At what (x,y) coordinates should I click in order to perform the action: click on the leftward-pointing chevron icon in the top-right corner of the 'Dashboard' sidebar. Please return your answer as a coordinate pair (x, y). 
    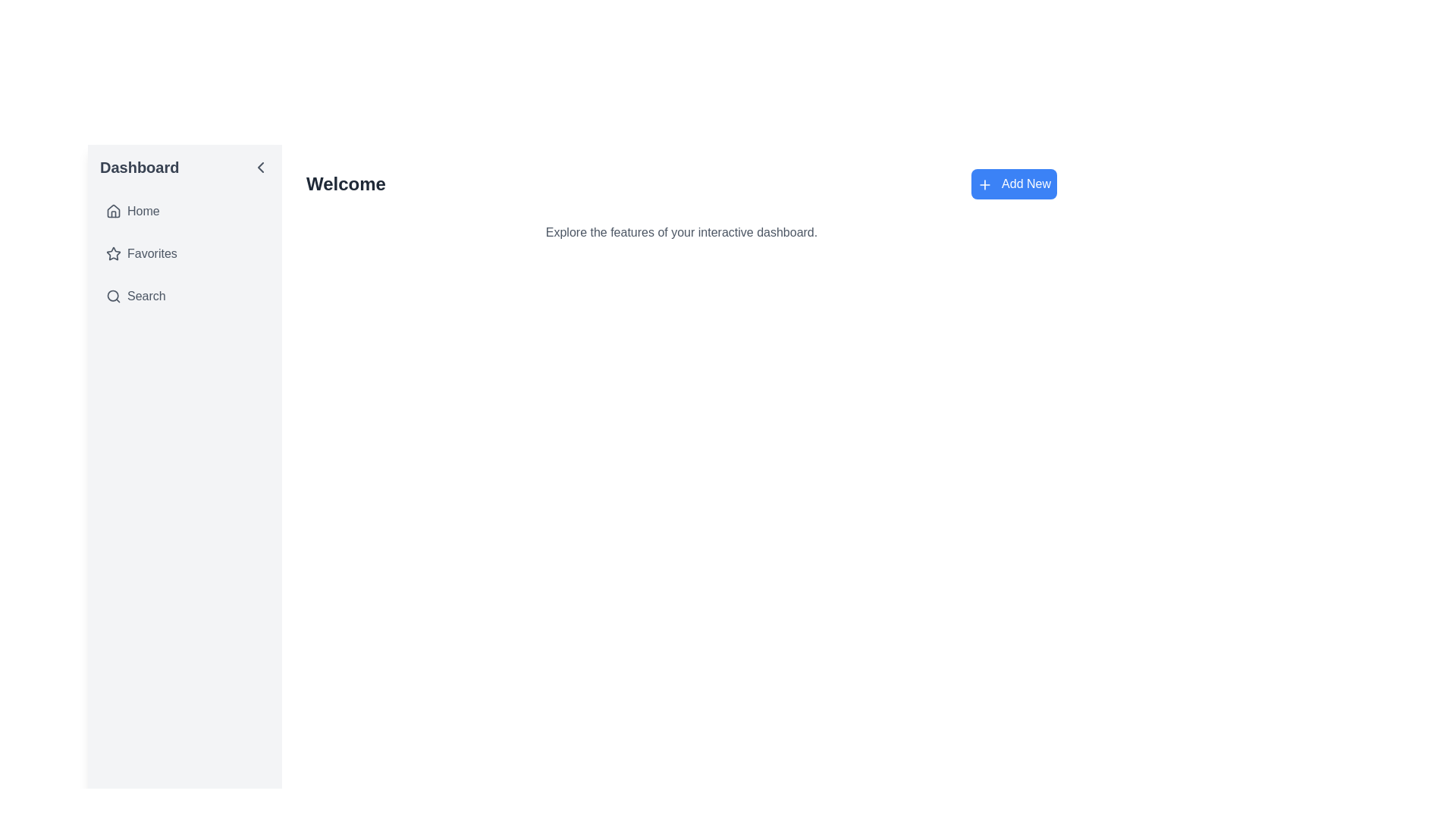
    Looking at the image, I should click on (261, 167).